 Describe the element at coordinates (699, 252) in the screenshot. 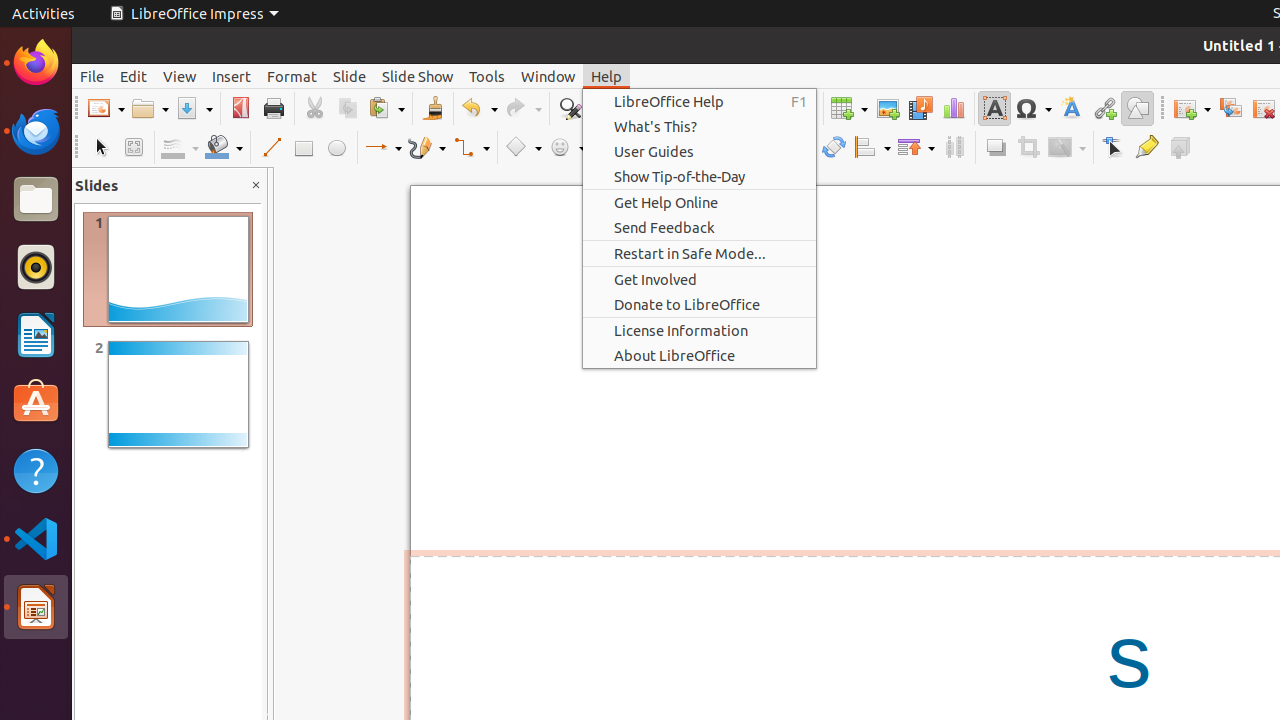

I see `'Restart in Safe Mode...'` at that location.